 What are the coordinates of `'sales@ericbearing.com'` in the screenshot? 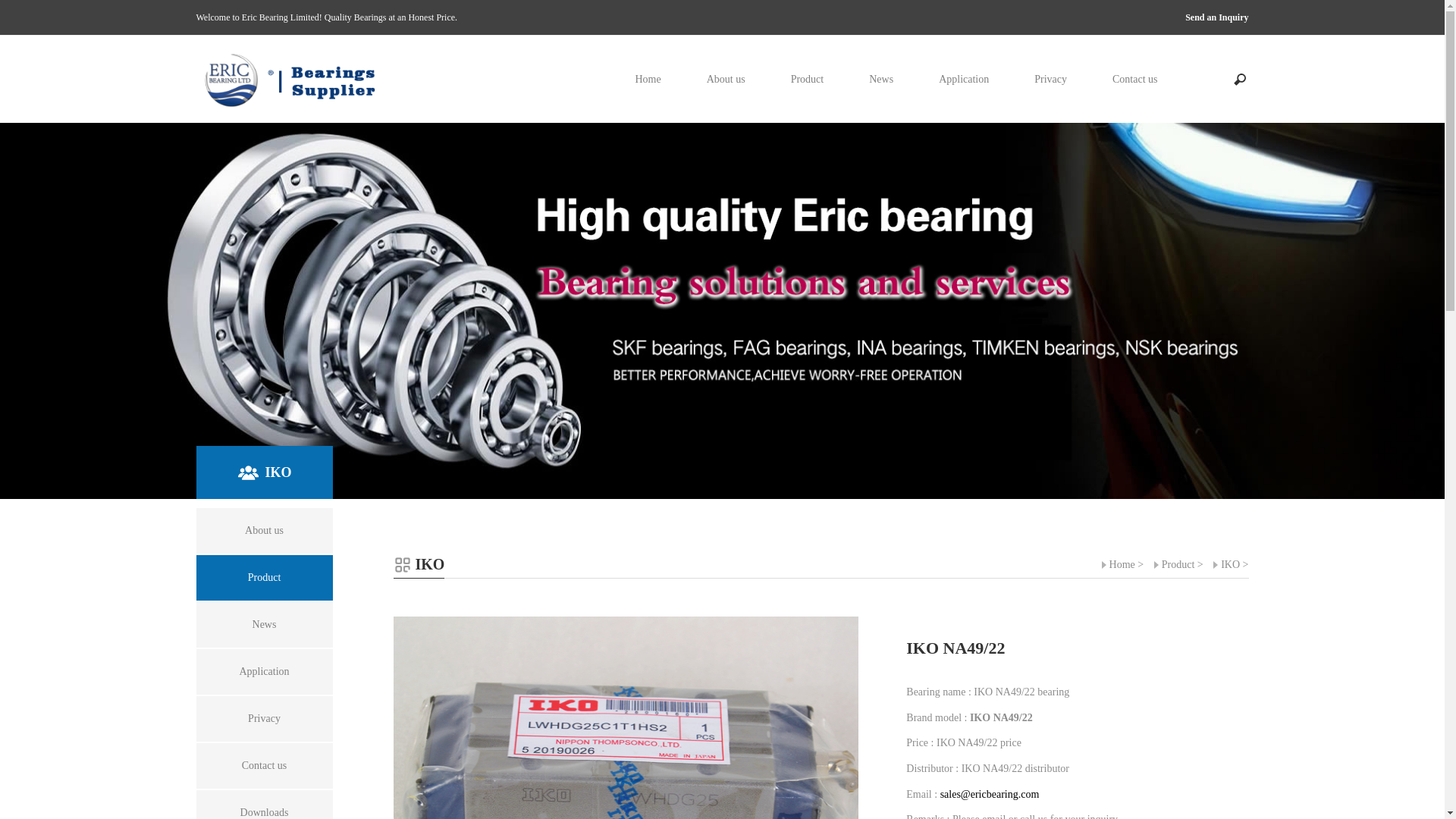 It's located at (990, 793).